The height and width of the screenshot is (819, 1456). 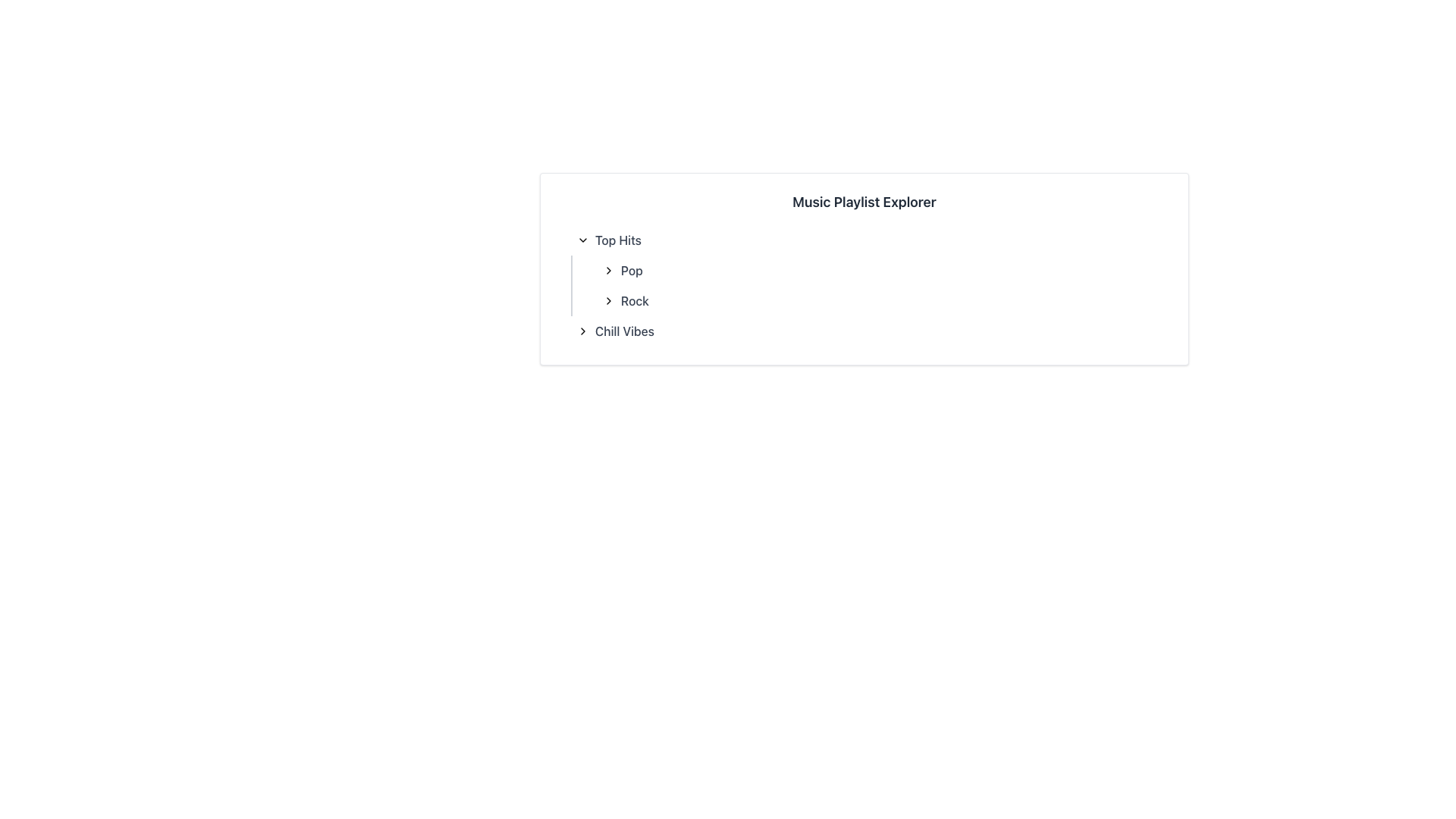 I want to click on the icon-based button located to the left of the 'Pop' text label, so click(x=608, y=270).